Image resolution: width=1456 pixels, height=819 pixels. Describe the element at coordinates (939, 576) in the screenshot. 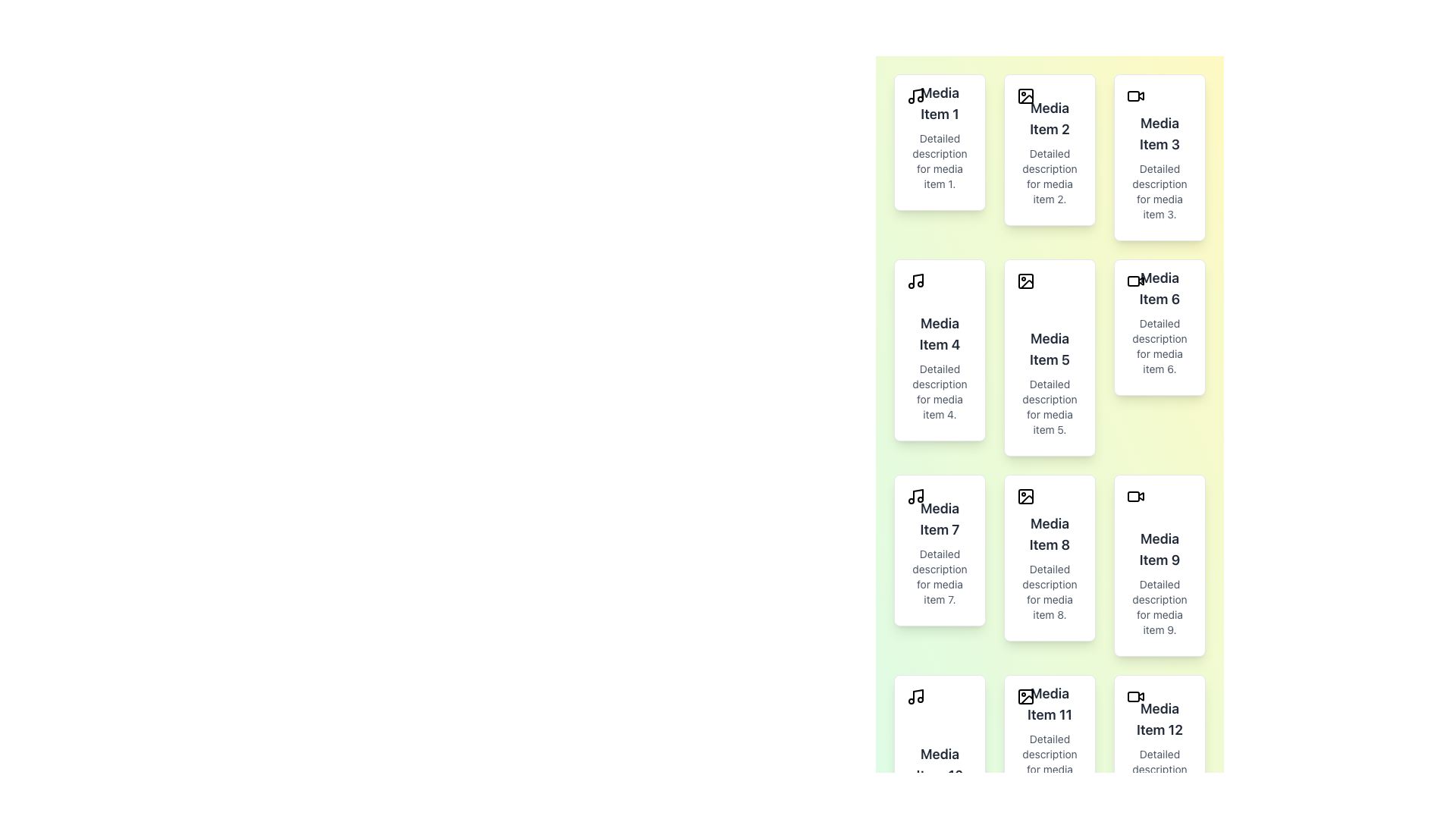

I see `the static text element containing the phrase 'Detailed description for media item 7.', which is located below the title 'Media Item 7' in the third card of the leftmost column` at that location.